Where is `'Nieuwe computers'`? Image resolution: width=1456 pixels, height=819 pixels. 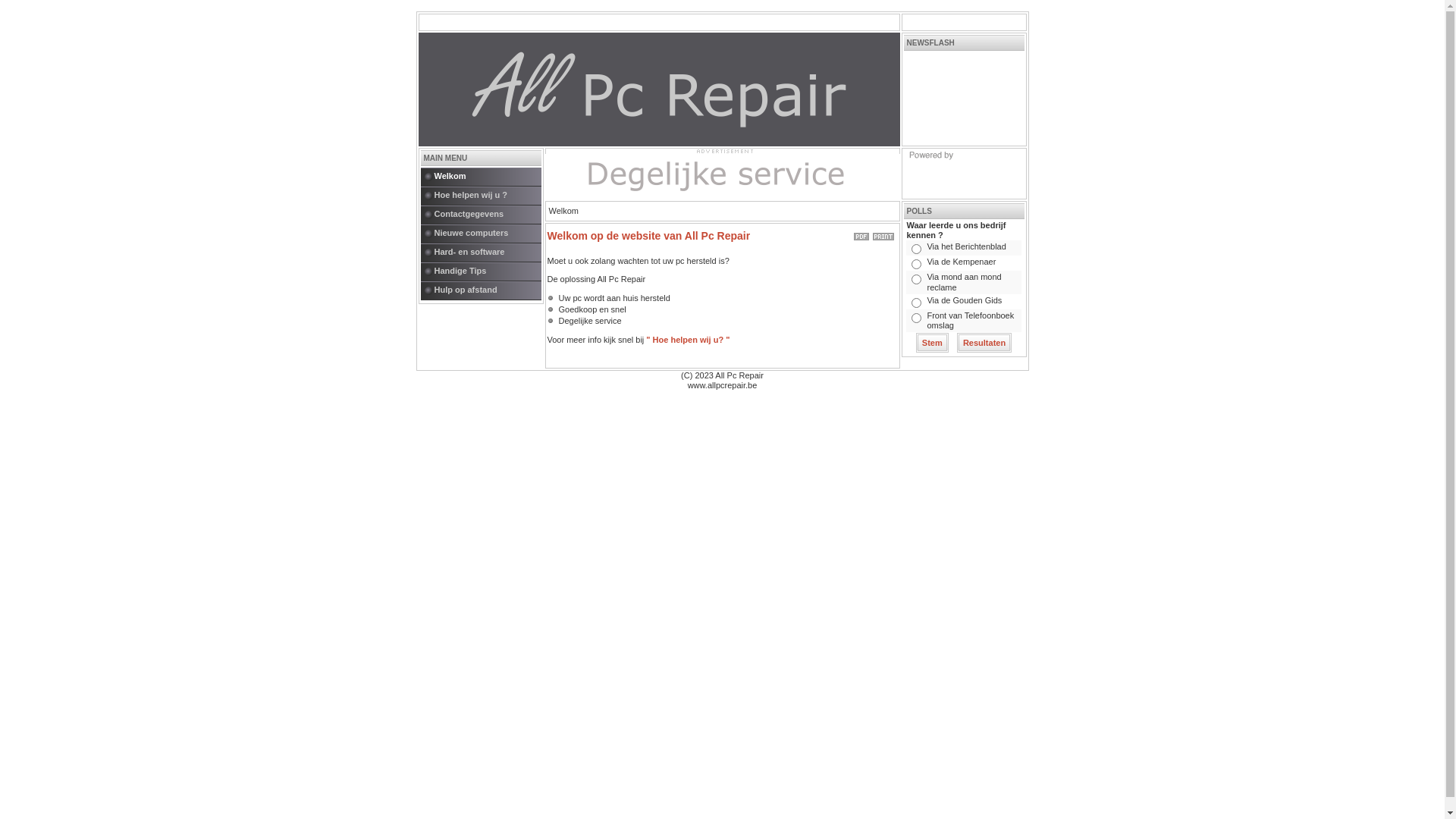
'Nieuwe computers' is located at coordinates (487, 234).